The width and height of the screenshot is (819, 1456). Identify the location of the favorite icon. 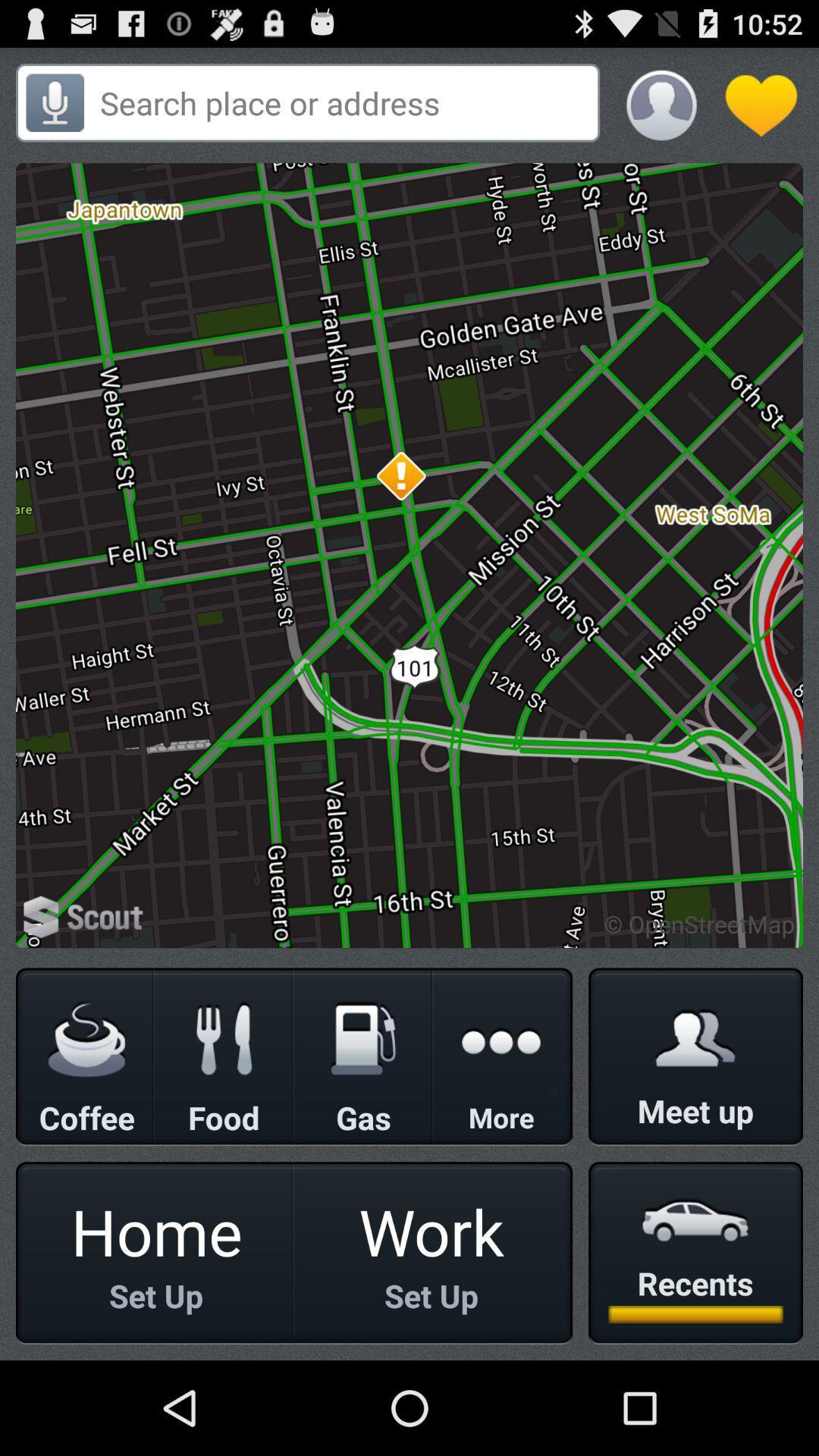
(761, 111).